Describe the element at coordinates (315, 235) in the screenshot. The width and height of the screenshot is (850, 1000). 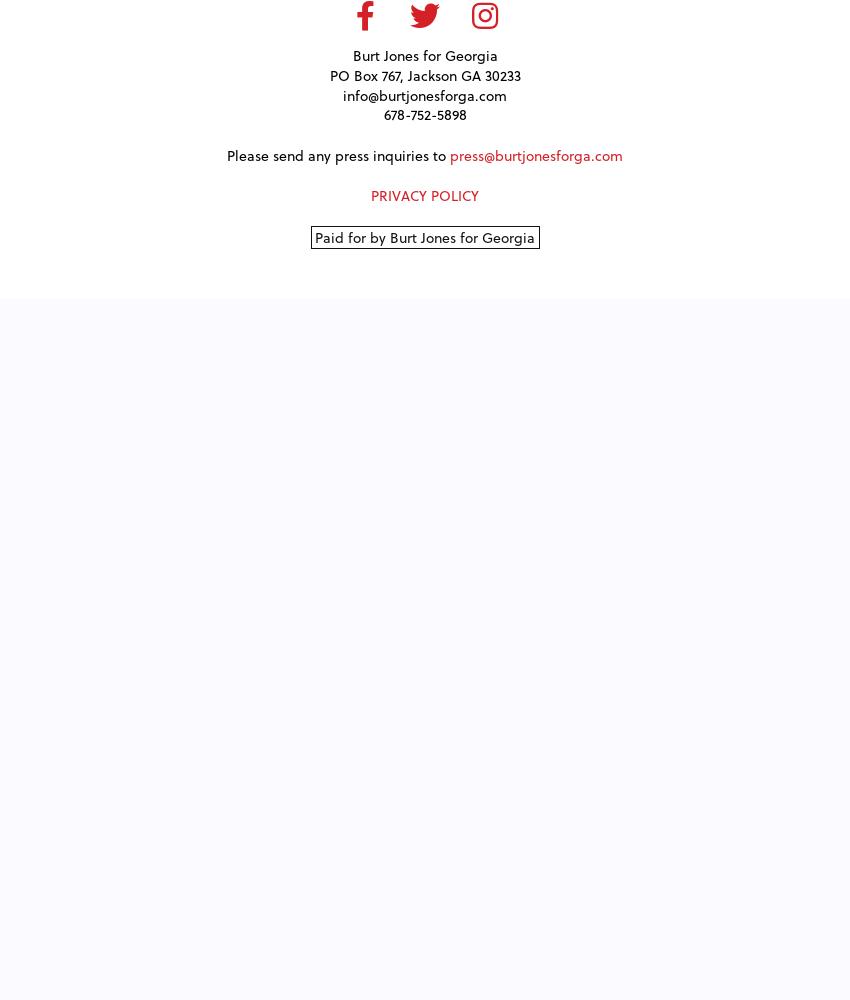
I see `'Paid for by Burt Jones for Georgia'` at that location.